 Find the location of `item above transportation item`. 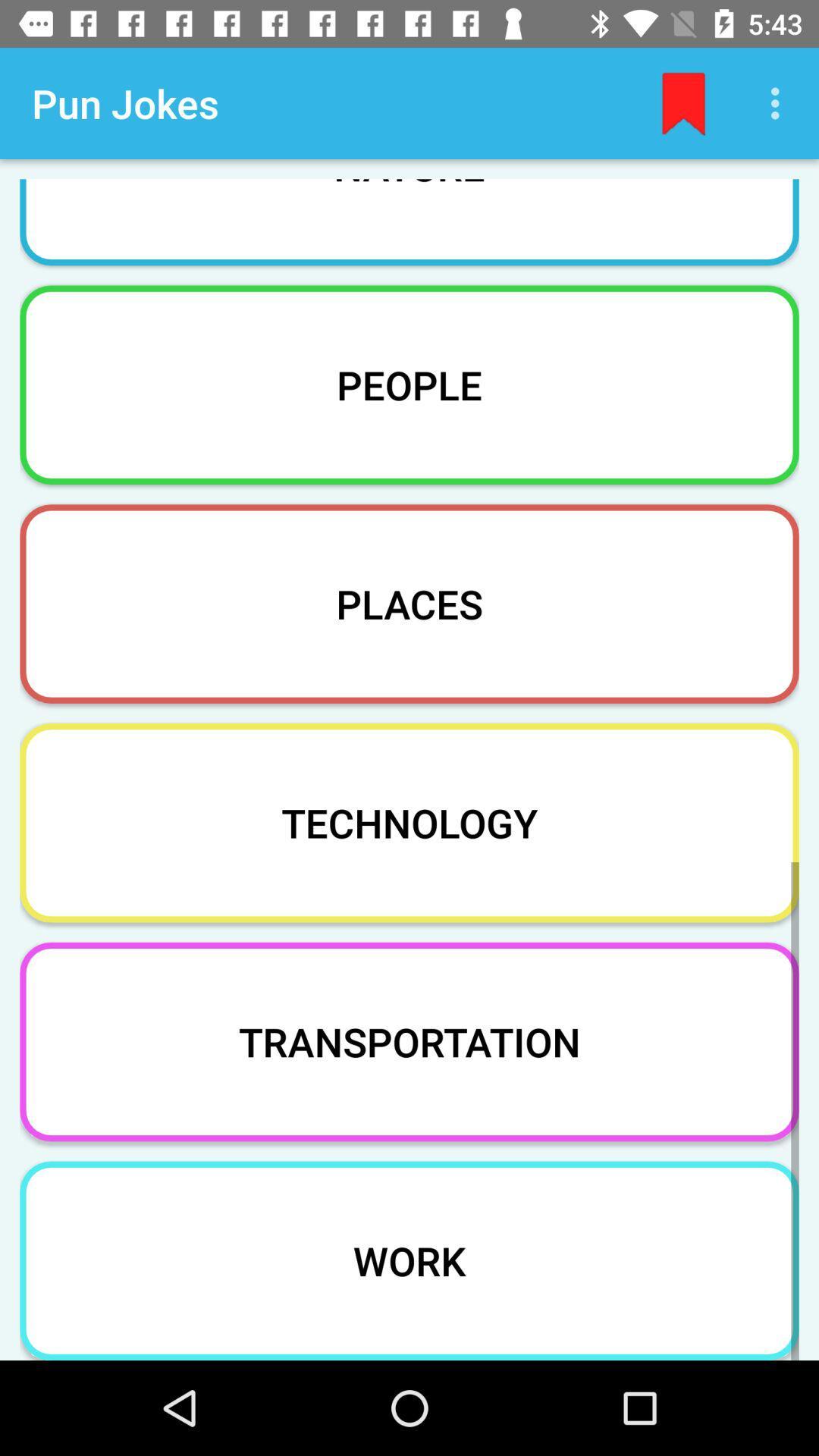

item above transportation item is located at coordinates (409, 822).